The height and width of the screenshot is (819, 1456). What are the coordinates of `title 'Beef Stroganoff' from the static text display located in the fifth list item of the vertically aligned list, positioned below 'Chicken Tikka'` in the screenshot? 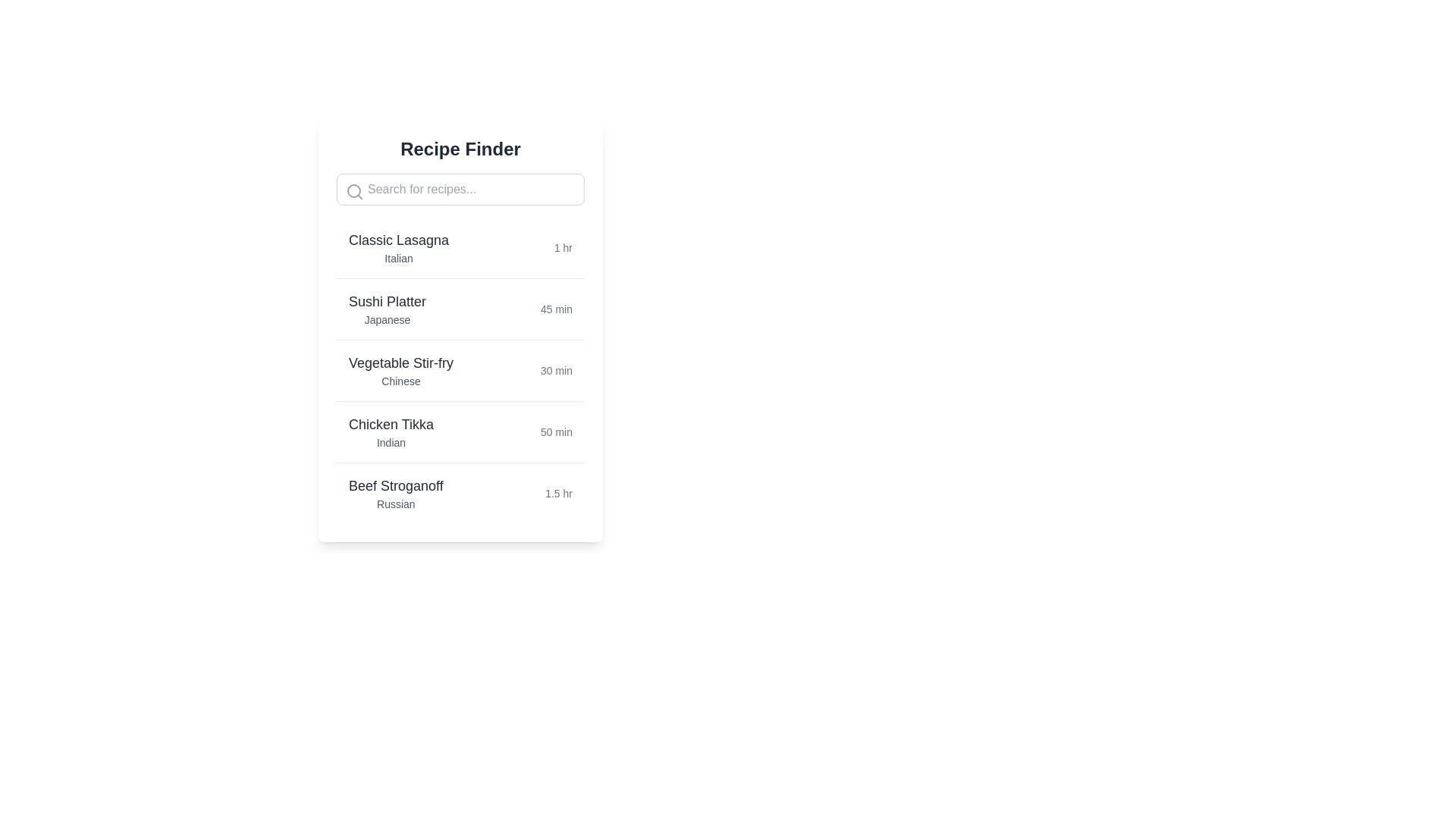 It's located at (396, 494).